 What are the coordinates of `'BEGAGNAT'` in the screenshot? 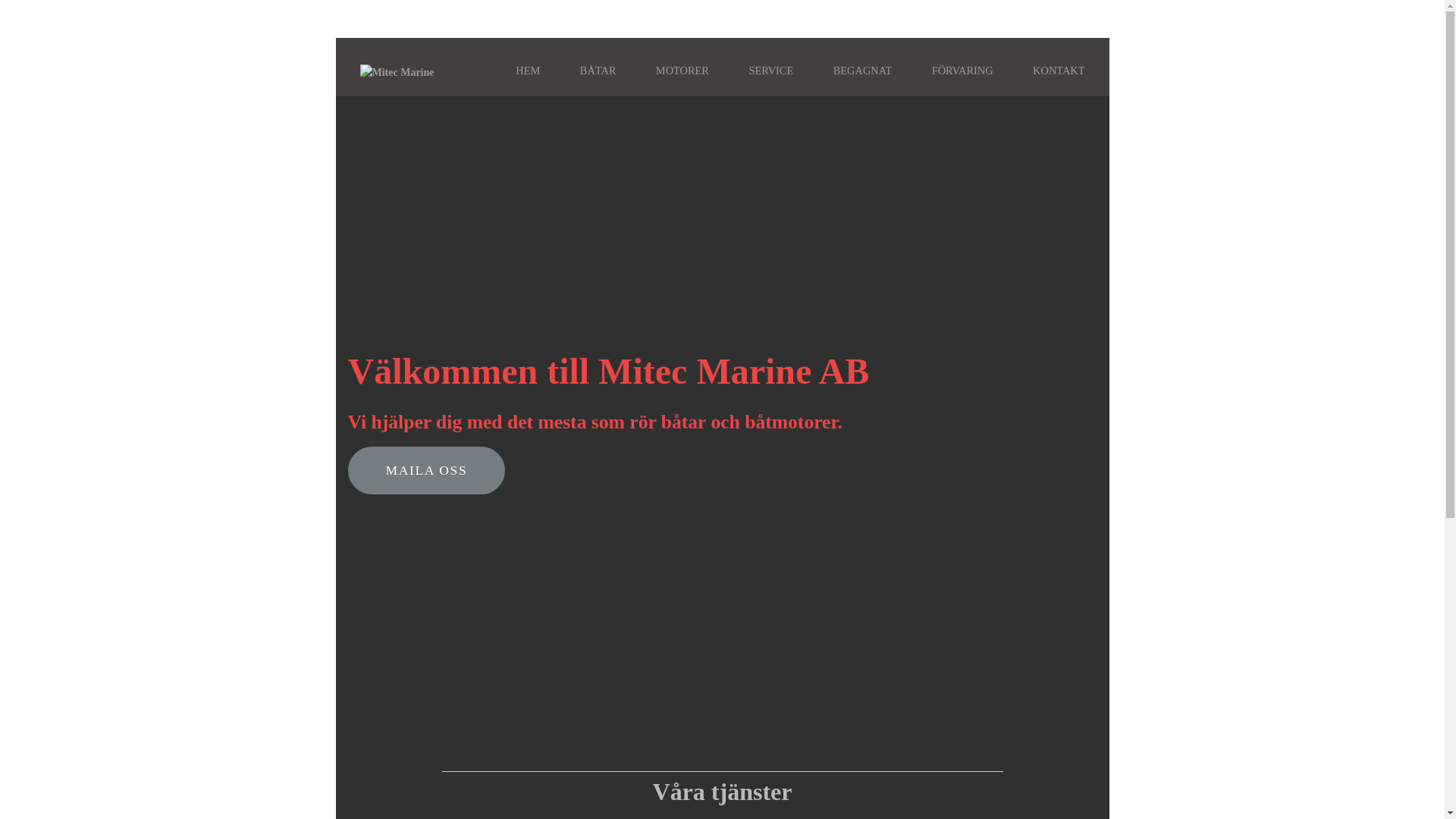 It's located at (862, 70).